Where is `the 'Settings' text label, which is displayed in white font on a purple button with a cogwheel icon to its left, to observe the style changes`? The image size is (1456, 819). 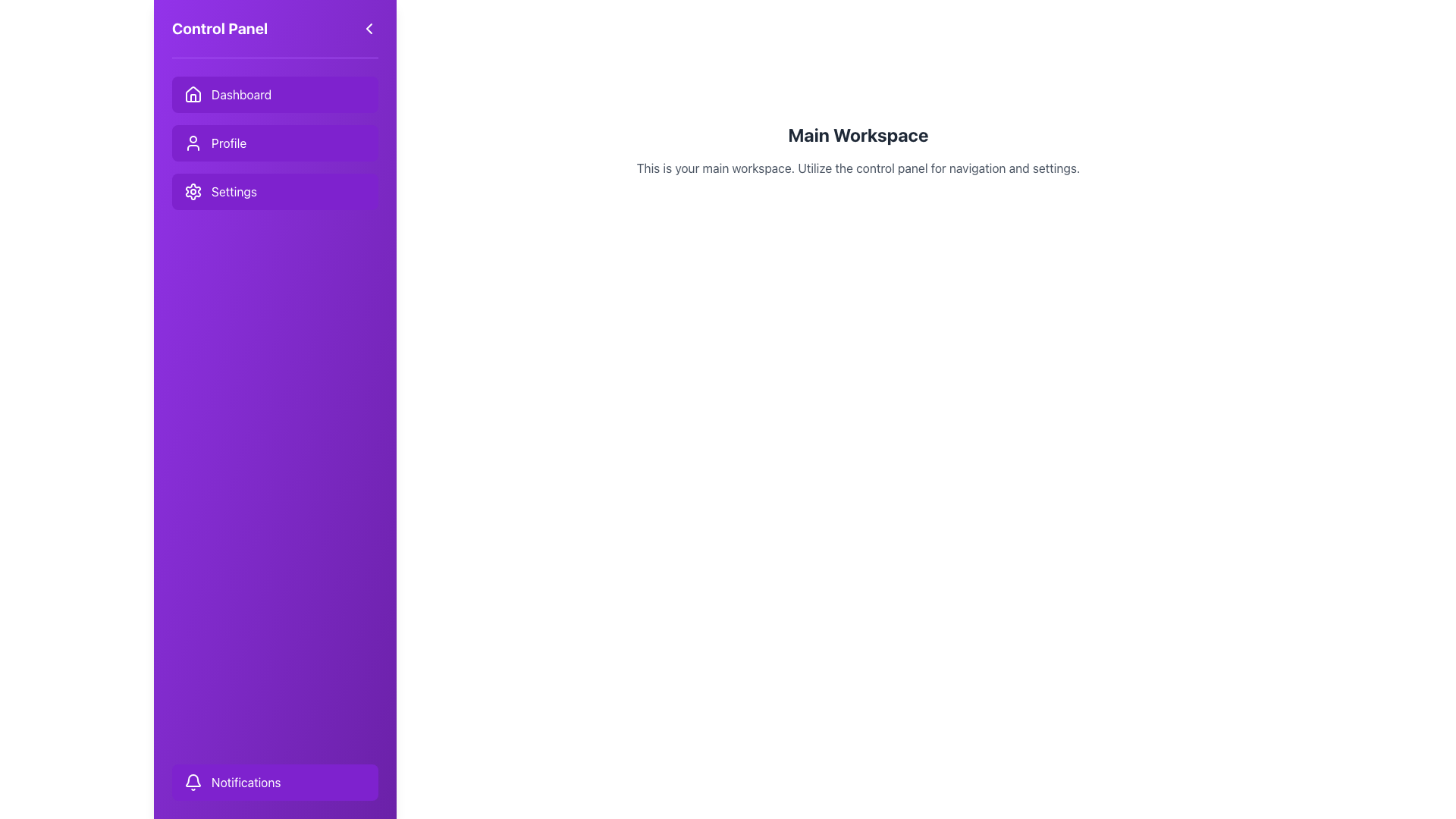 the 'Settings' text label, which is displayed in white font on a purple button with a cogwheel icon to its left, to observe the style changes is located at coordinates (233, 191).